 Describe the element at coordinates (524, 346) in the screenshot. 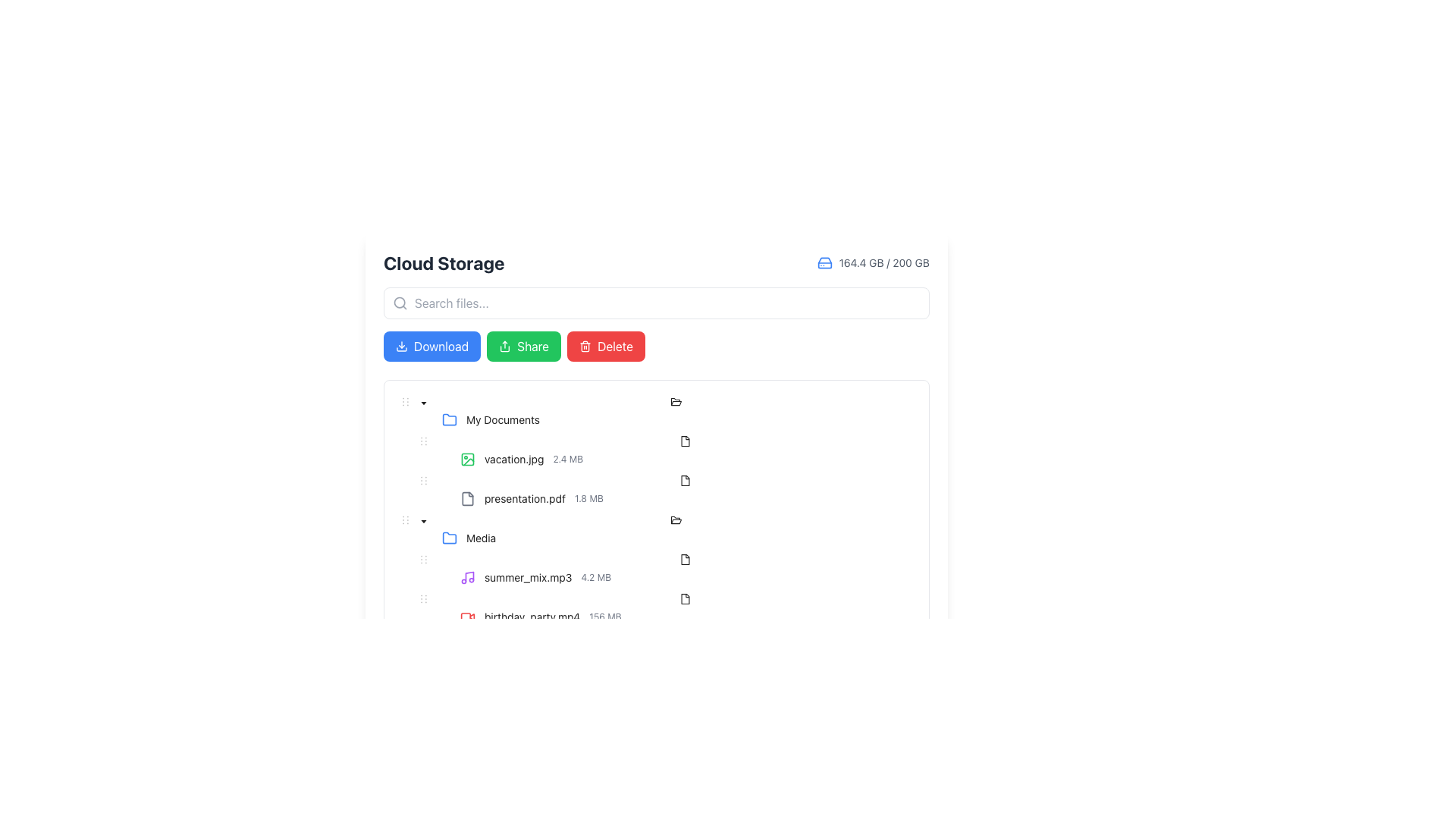

I see `the green 'Share' button located between the 'Download' and 'Delete' buttons` at that location.